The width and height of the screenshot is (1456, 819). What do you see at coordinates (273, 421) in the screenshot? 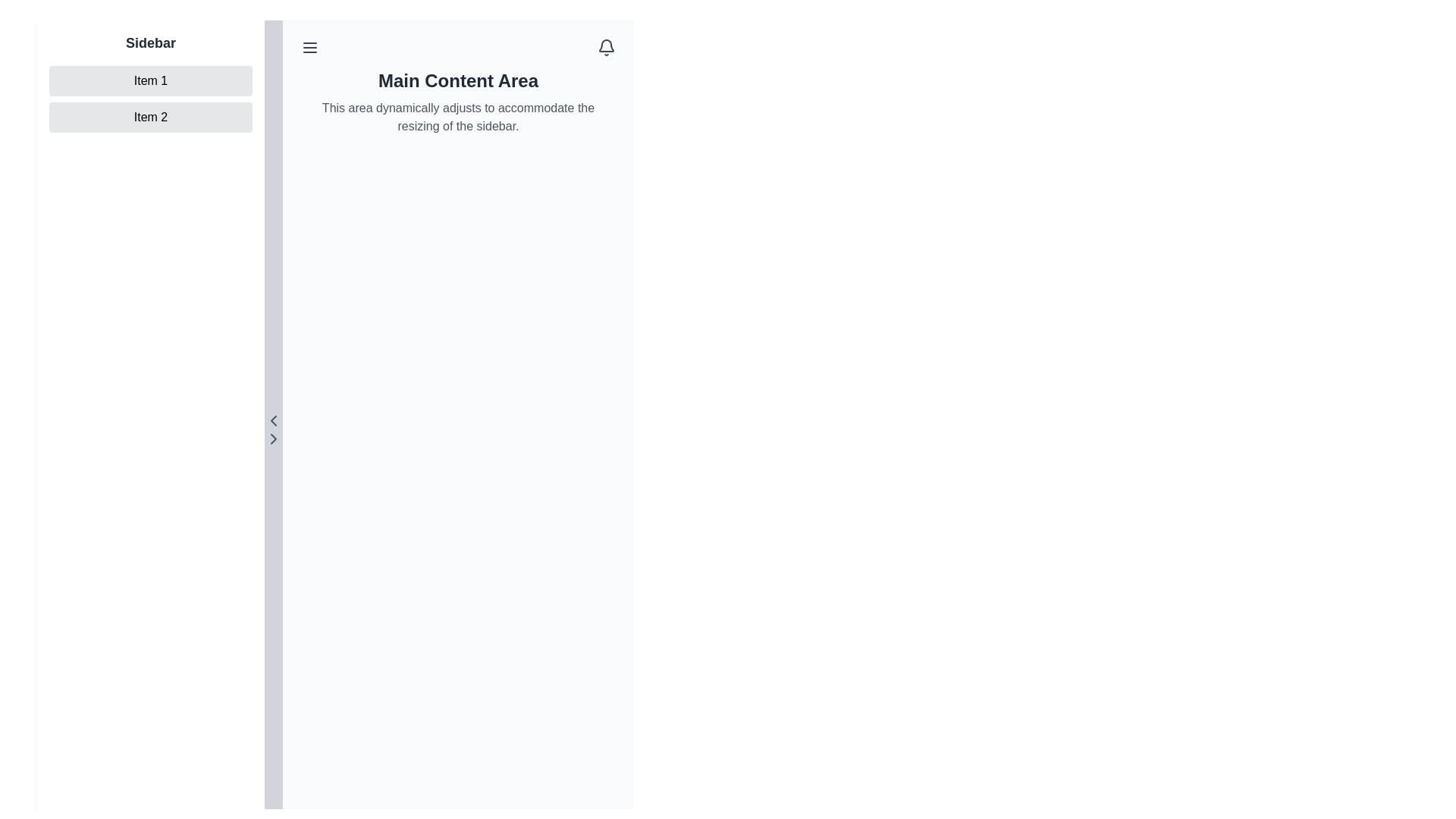
I see `the left-pointing chevron SVG icon to interact and modify the state of the adjacent sidebar` at bounding box center [273, 421].